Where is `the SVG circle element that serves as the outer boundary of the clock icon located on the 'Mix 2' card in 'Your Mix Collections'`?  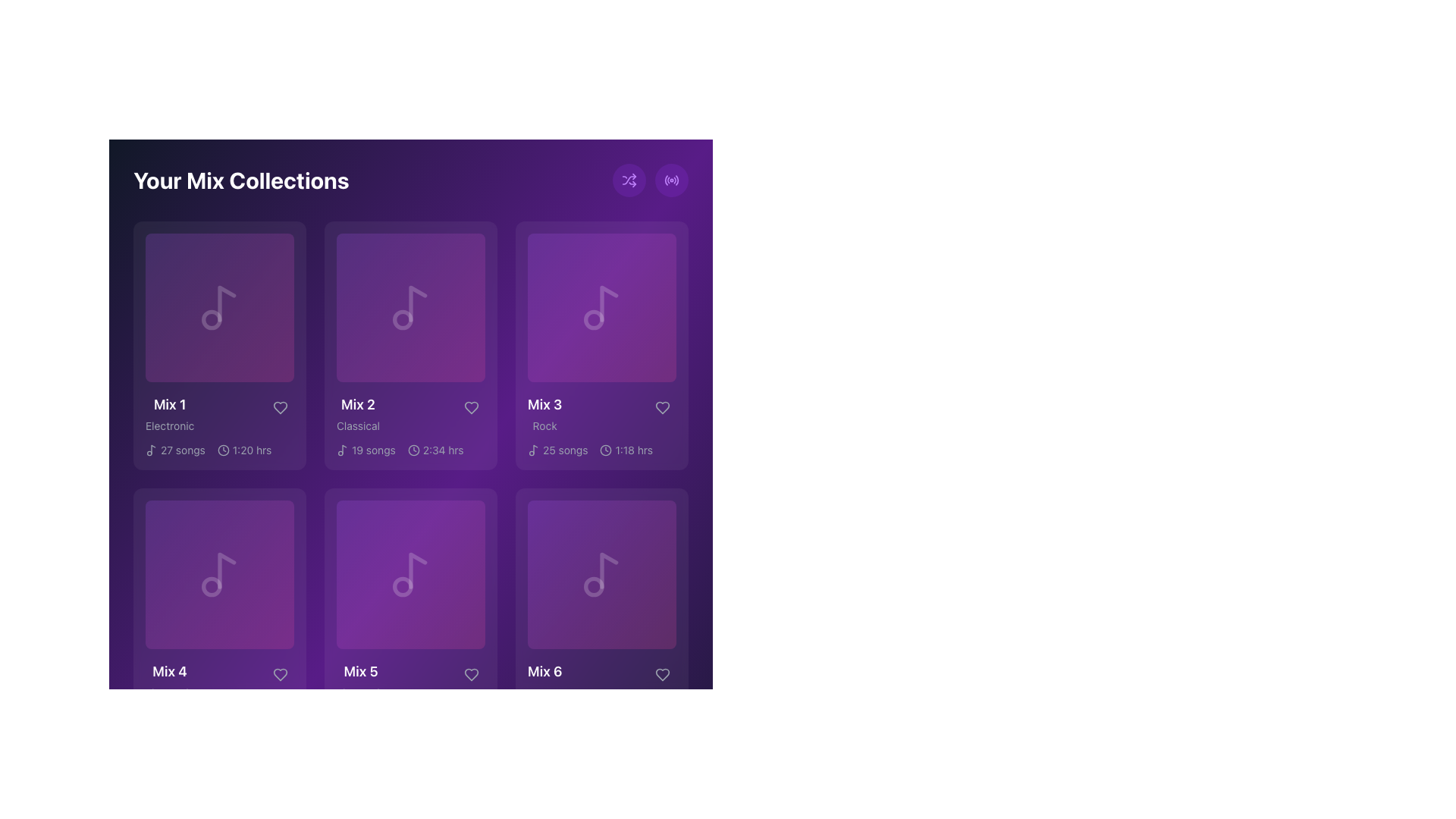
the SVG circle element that serves as the outer boundary of the clock icon located on the 'Mix 2' card in 'Your Mix Collections' is located at coordinates (413, 450).